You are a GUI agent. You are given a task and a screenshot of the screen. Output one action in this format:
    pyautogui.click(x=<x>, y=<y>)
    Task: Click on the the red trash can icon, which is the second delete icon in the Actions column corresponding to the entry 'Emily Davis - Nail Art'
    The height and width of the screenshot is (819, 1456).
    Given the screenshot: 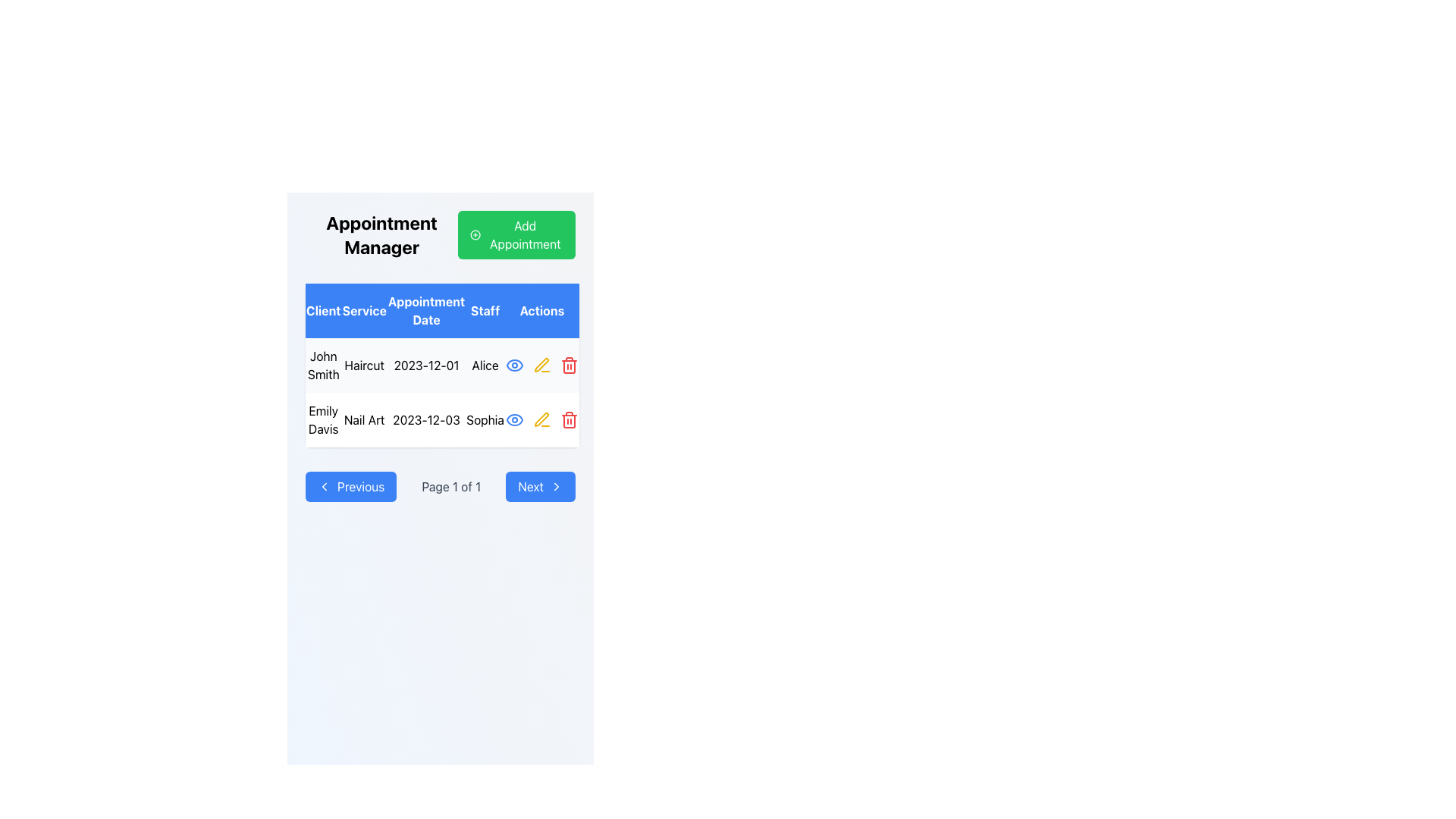 What is the action you would take?
    pyautogui.click(x=568, y=421)
    